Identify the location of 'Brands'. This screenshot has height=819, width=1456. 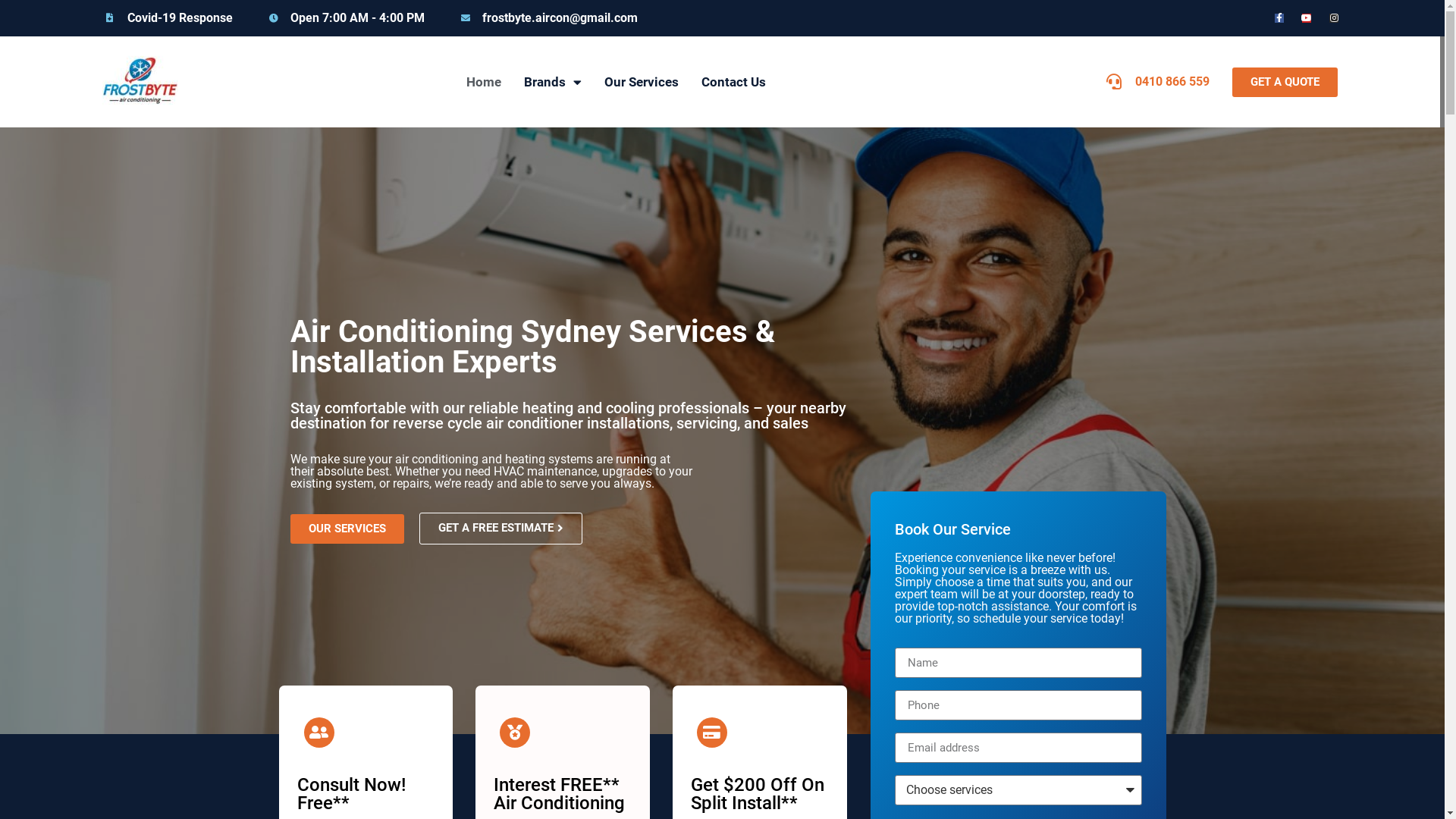
(552, 82).